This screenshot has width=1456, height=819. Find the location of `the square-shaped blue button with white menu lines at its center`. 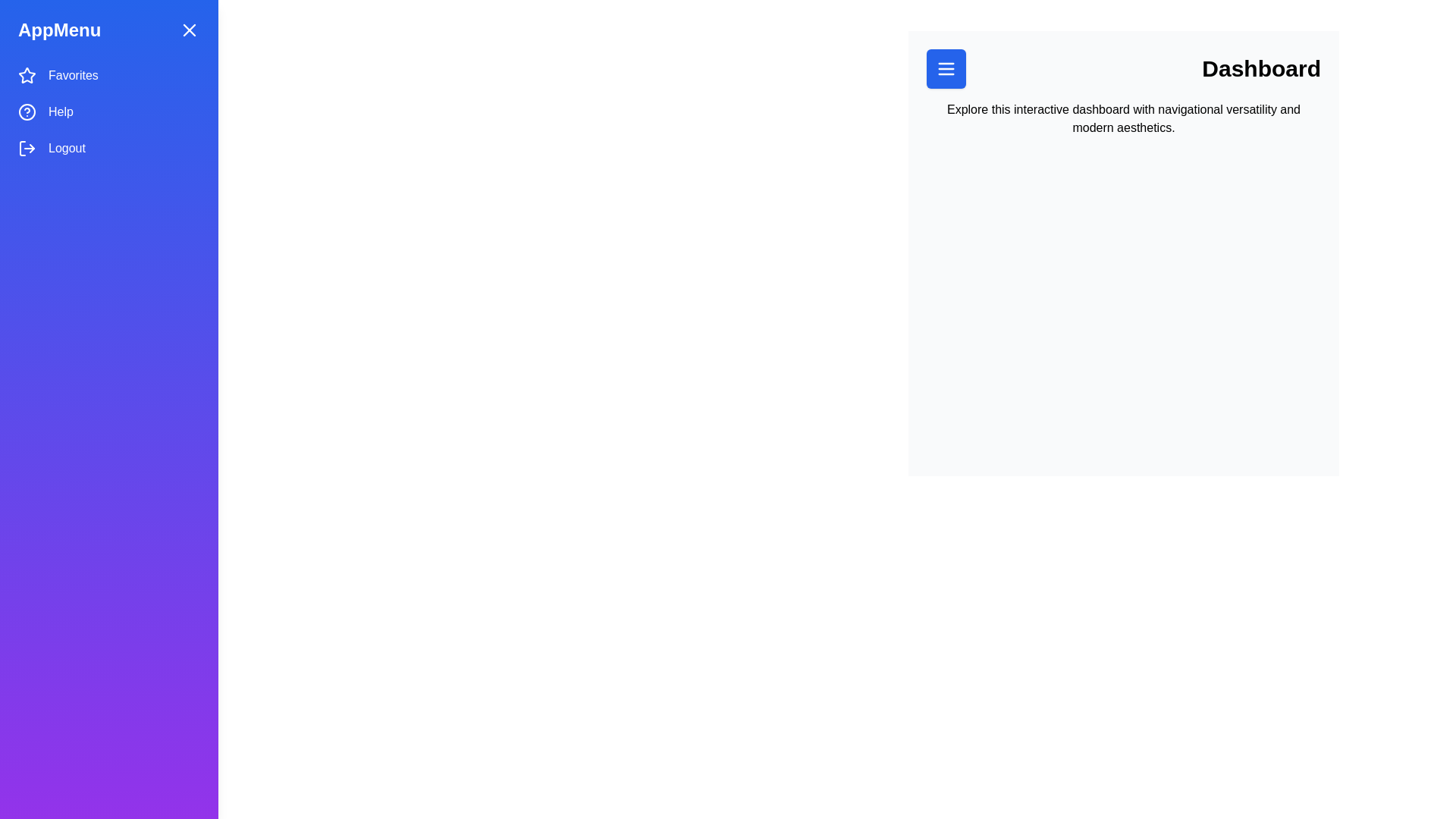

the square-shaped blue button with white menu lines at its center is located at coordinates (946, 69).